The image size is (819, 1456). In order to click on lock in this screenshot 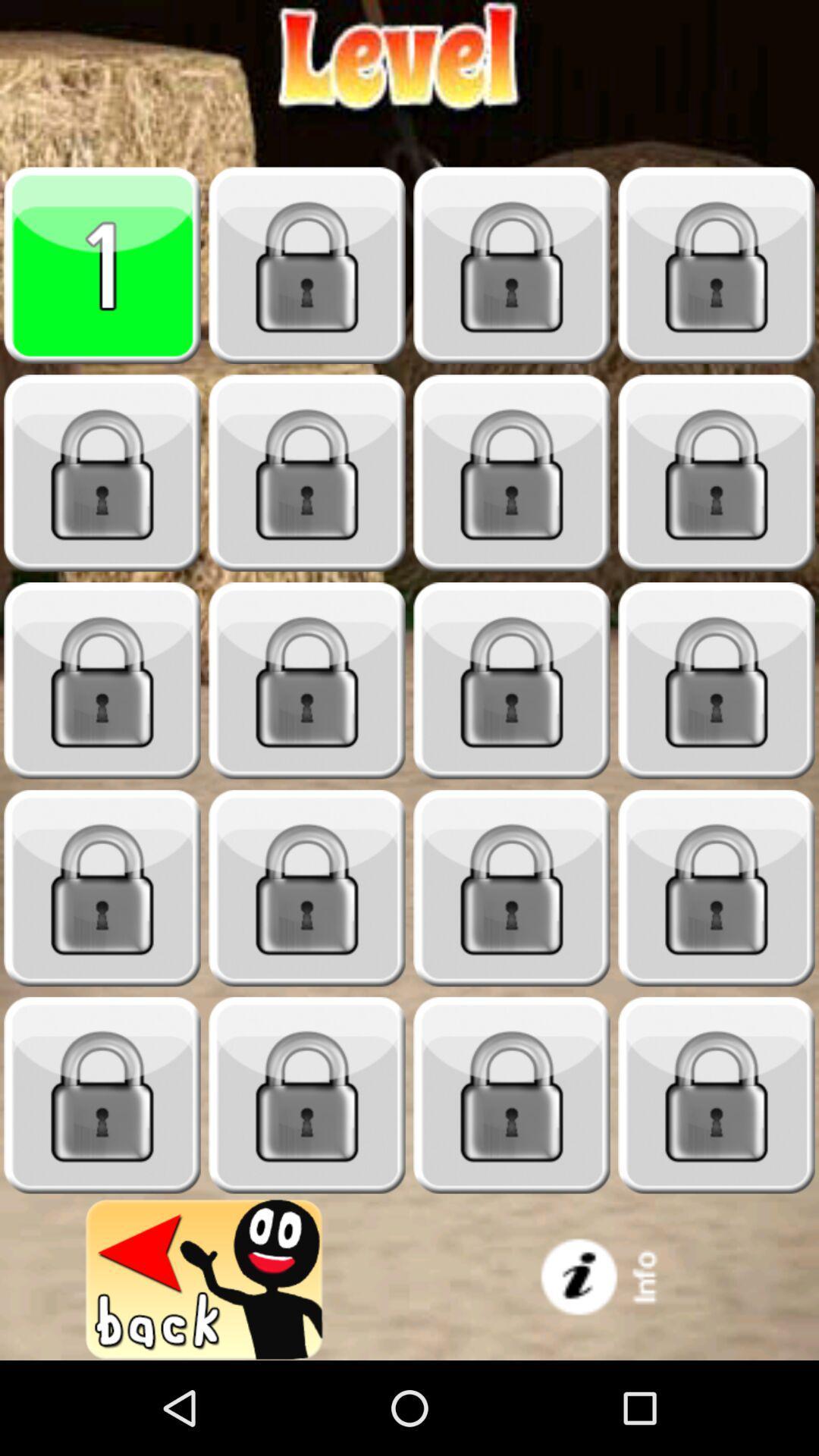, I will do `click(512, 265)`.